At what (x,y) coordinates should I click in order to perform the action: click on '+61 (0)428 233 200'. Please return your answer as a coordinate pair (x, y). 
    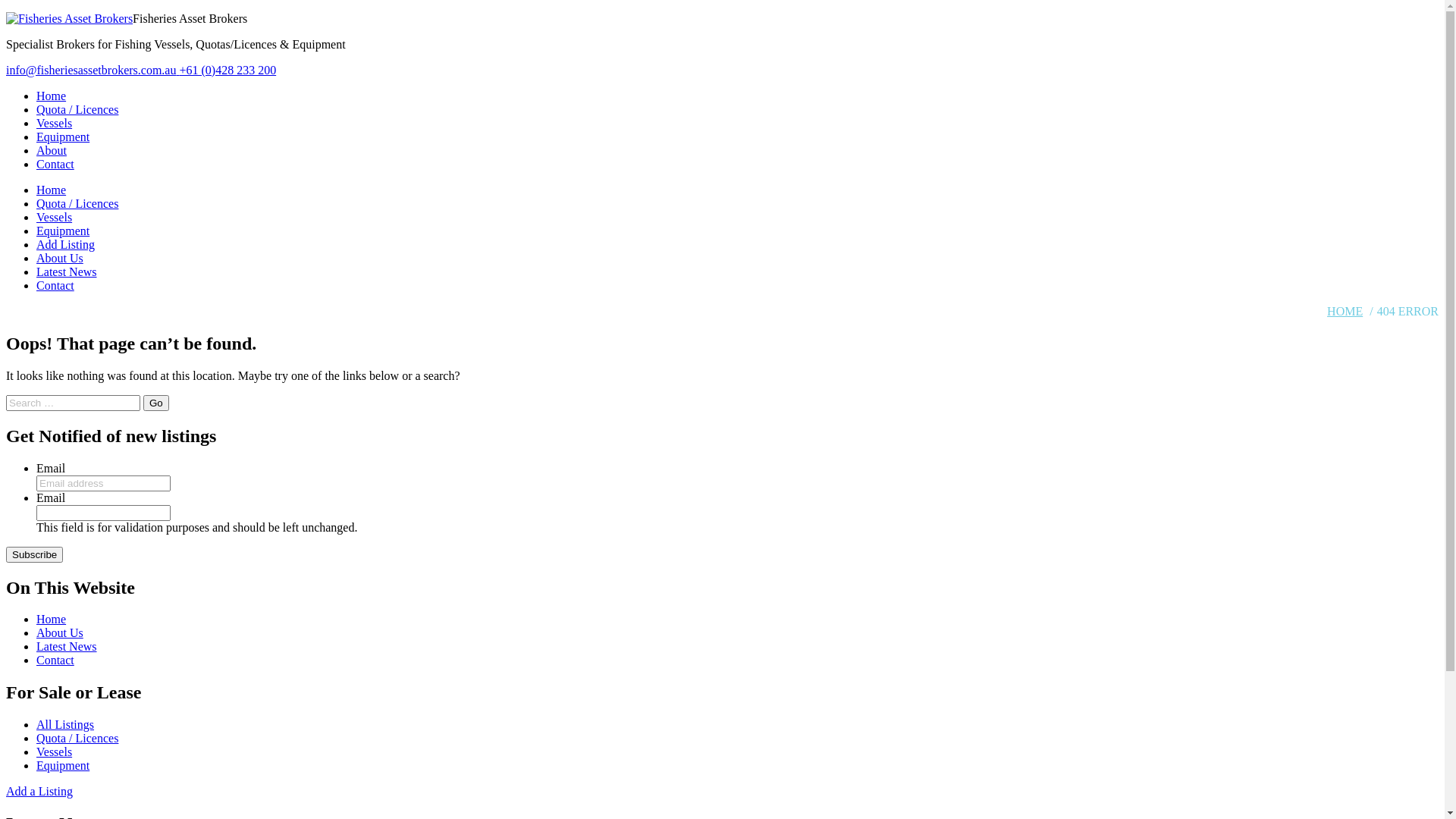
    Looking at the image, I should click on (224, 70).